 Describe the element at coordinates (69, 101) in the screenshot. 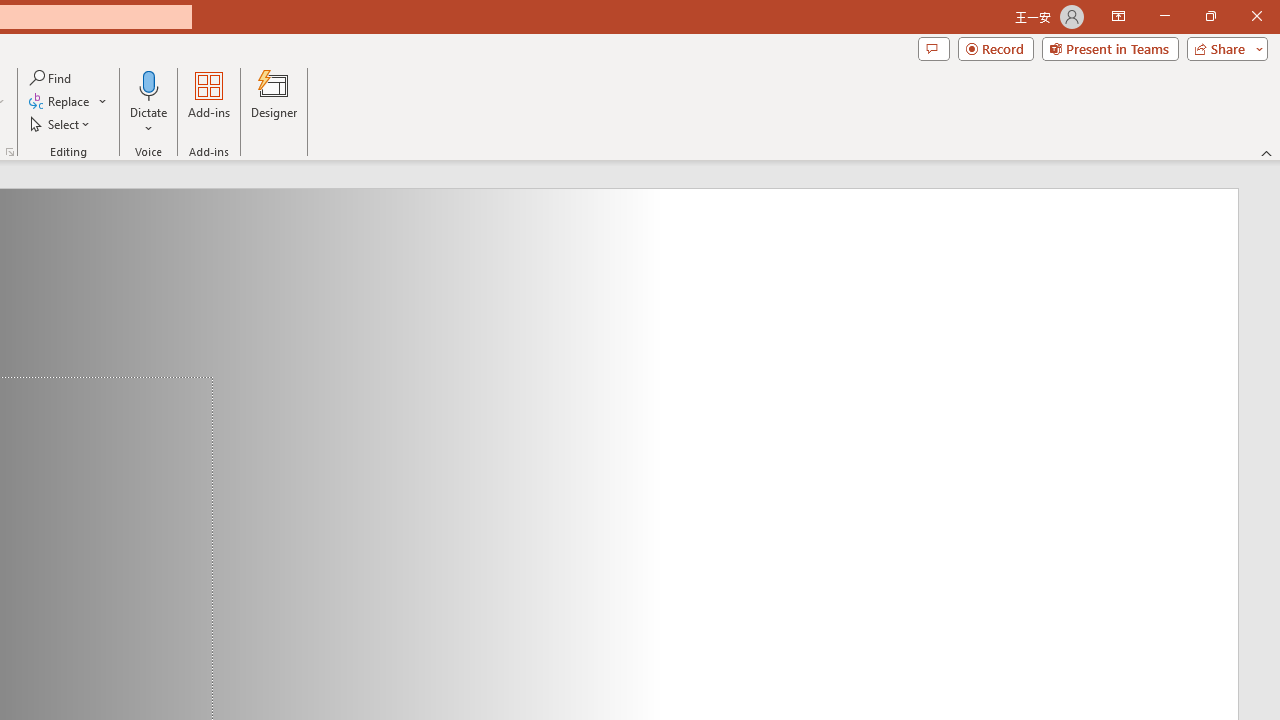

I see `'Replace...'` at that location.